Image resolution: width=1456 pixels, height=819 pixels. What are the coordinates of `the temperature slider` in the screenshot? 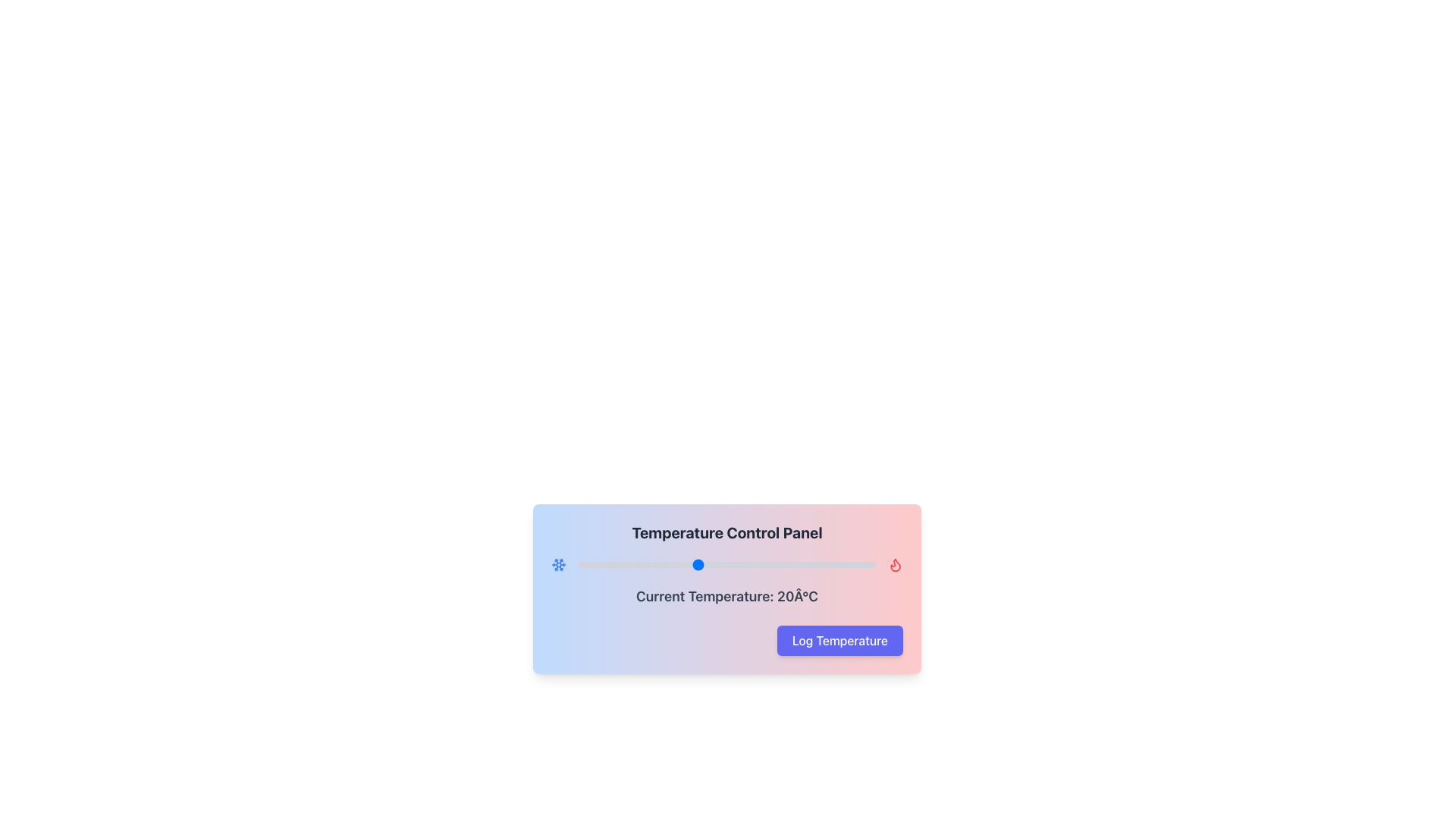 It's located at (744, 564).